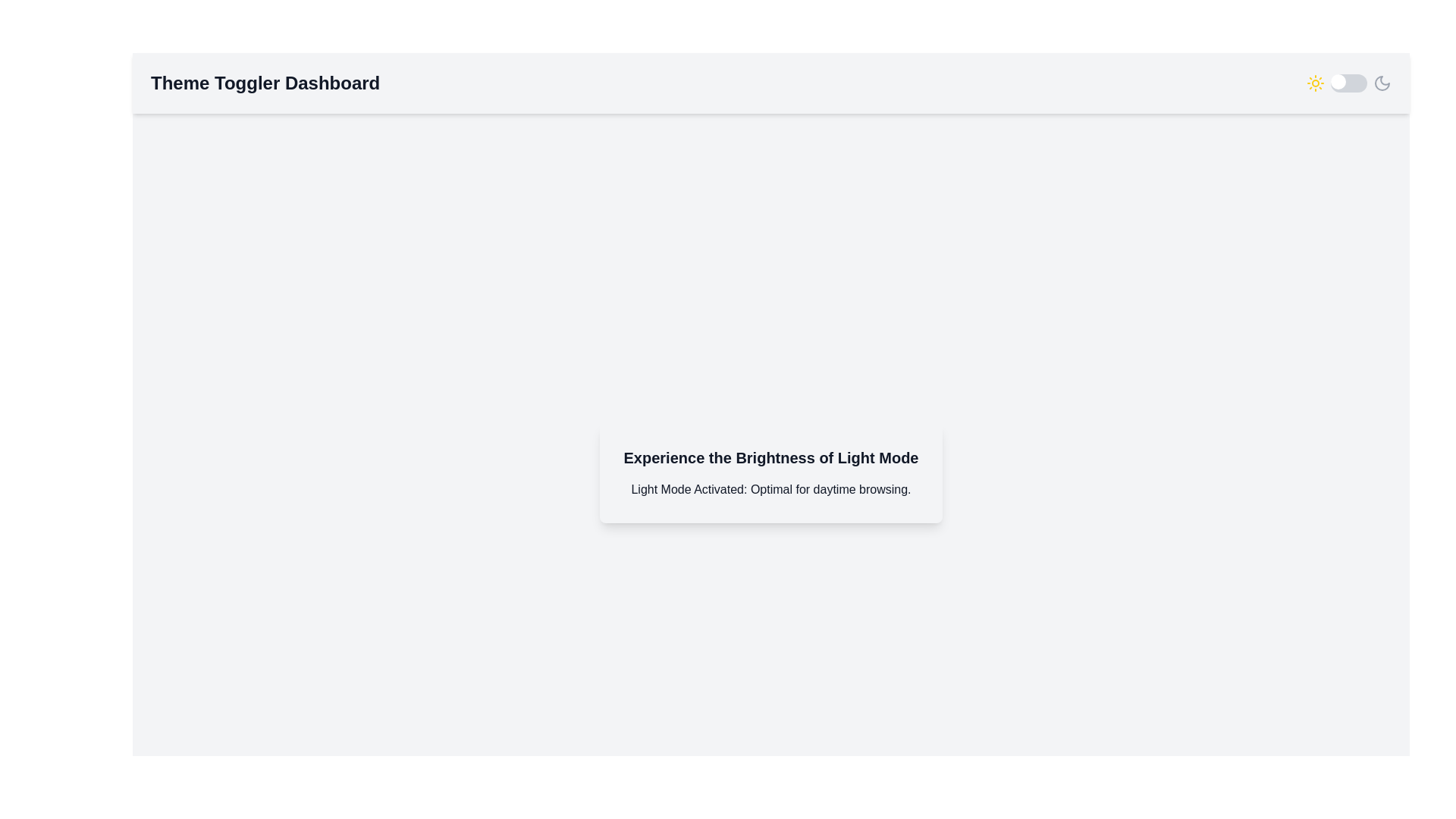 The image size is (1456, 819). What do you see at coordinates (771, 489) in the screenshot?
I see `the static text element displaying 'Light Mode Activated: Optimal for daytime browsing.' which is located beneath the header 'Experience the Brightness of Light Mode.'` at bounding box center [771, 489].